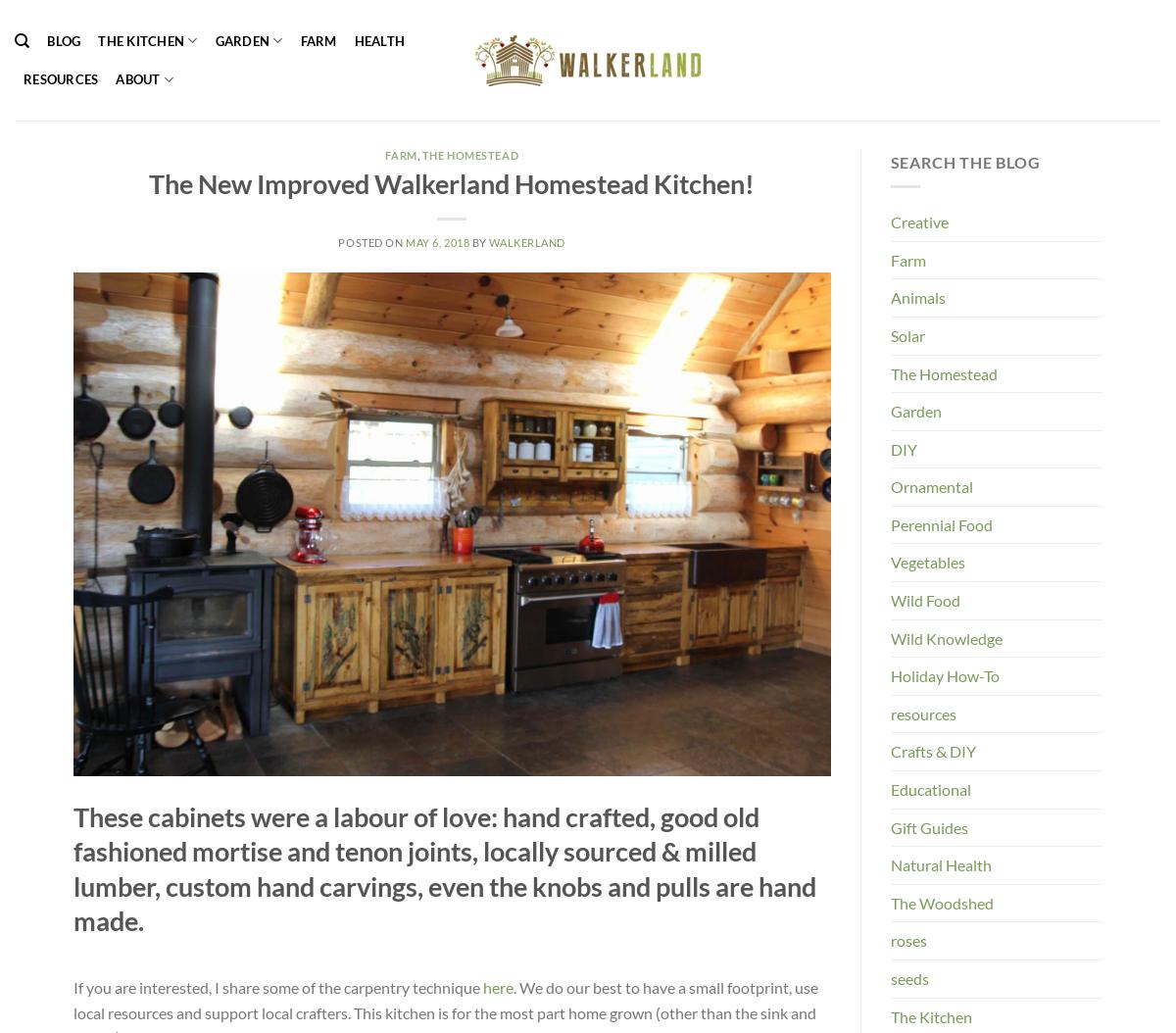 Image resolution: width=1176 pixels, height=1033 pixels. What do you see at coordinates (47, 40) in the screenshot?
I see `'Blog'` at bounding box center [47, 40].